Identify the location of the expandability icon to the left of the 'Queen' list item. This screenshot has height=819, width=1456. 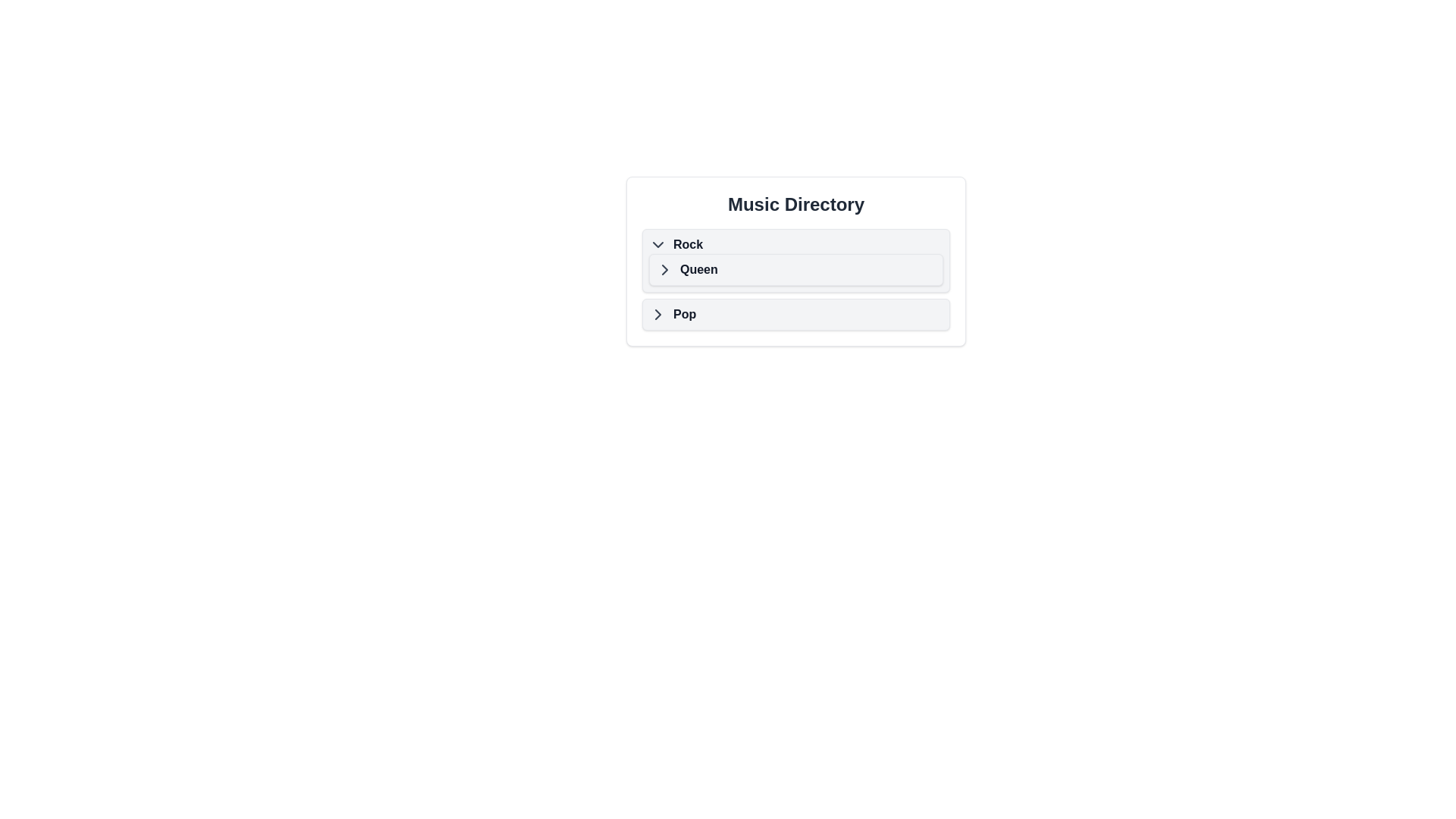
(665, 268).